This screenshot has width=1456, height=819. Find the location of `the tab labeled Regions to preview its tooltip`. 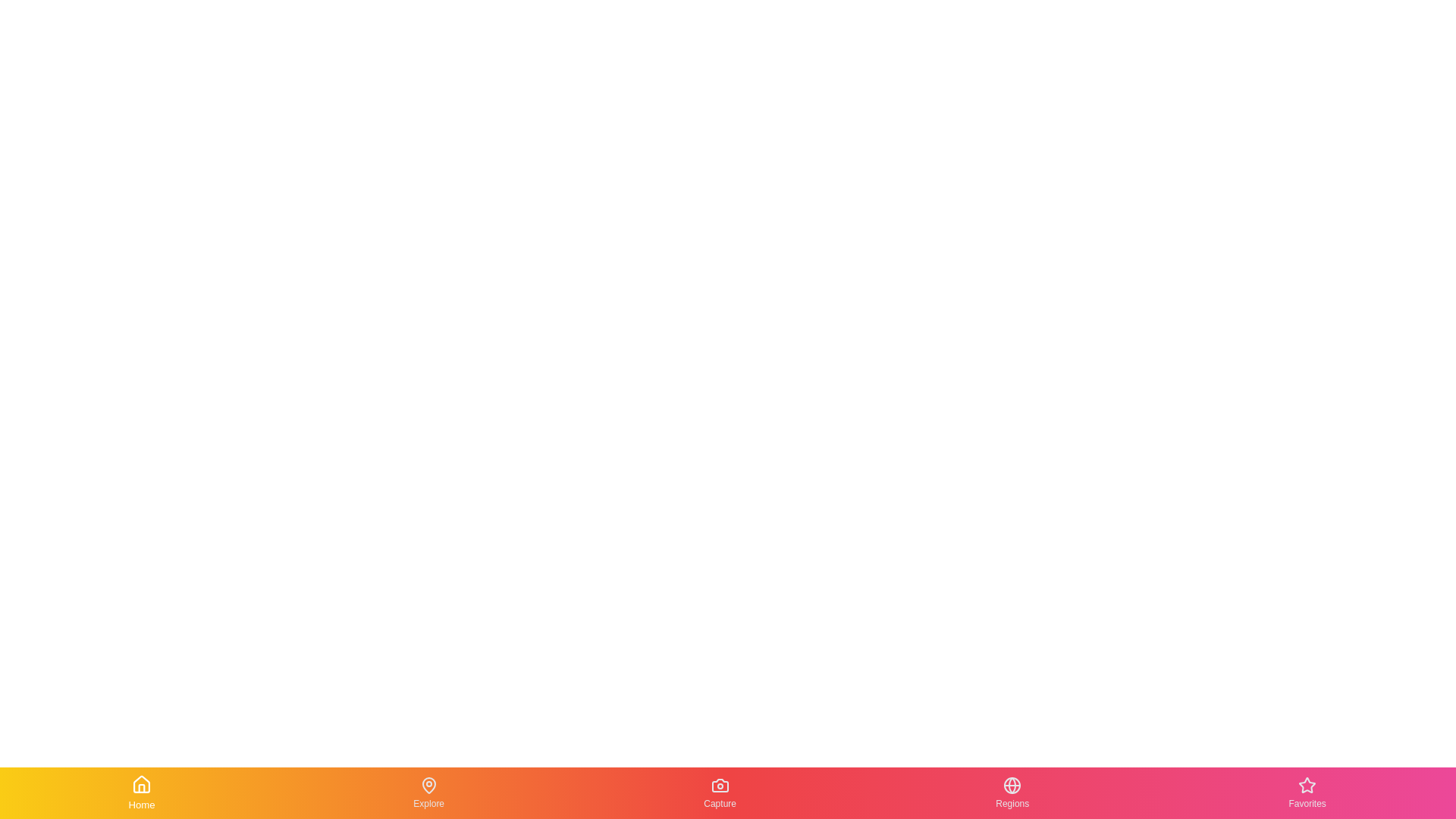

the tab labeled Regions to preview its tooltip is located at coordinates (1012, 792).